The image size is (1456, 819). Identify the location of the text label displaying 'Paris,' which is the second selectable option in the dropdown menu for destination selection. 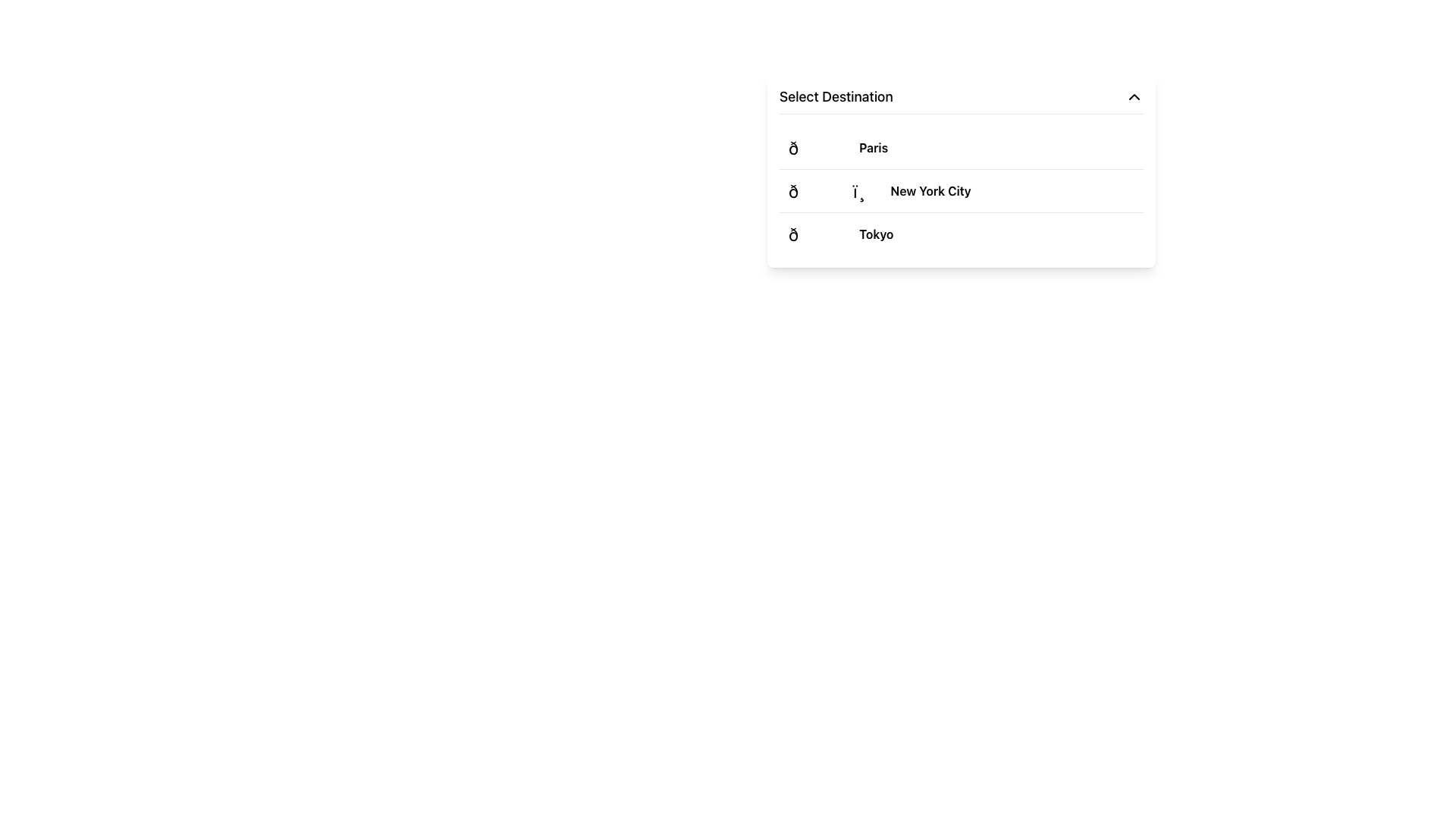
(874, 148).